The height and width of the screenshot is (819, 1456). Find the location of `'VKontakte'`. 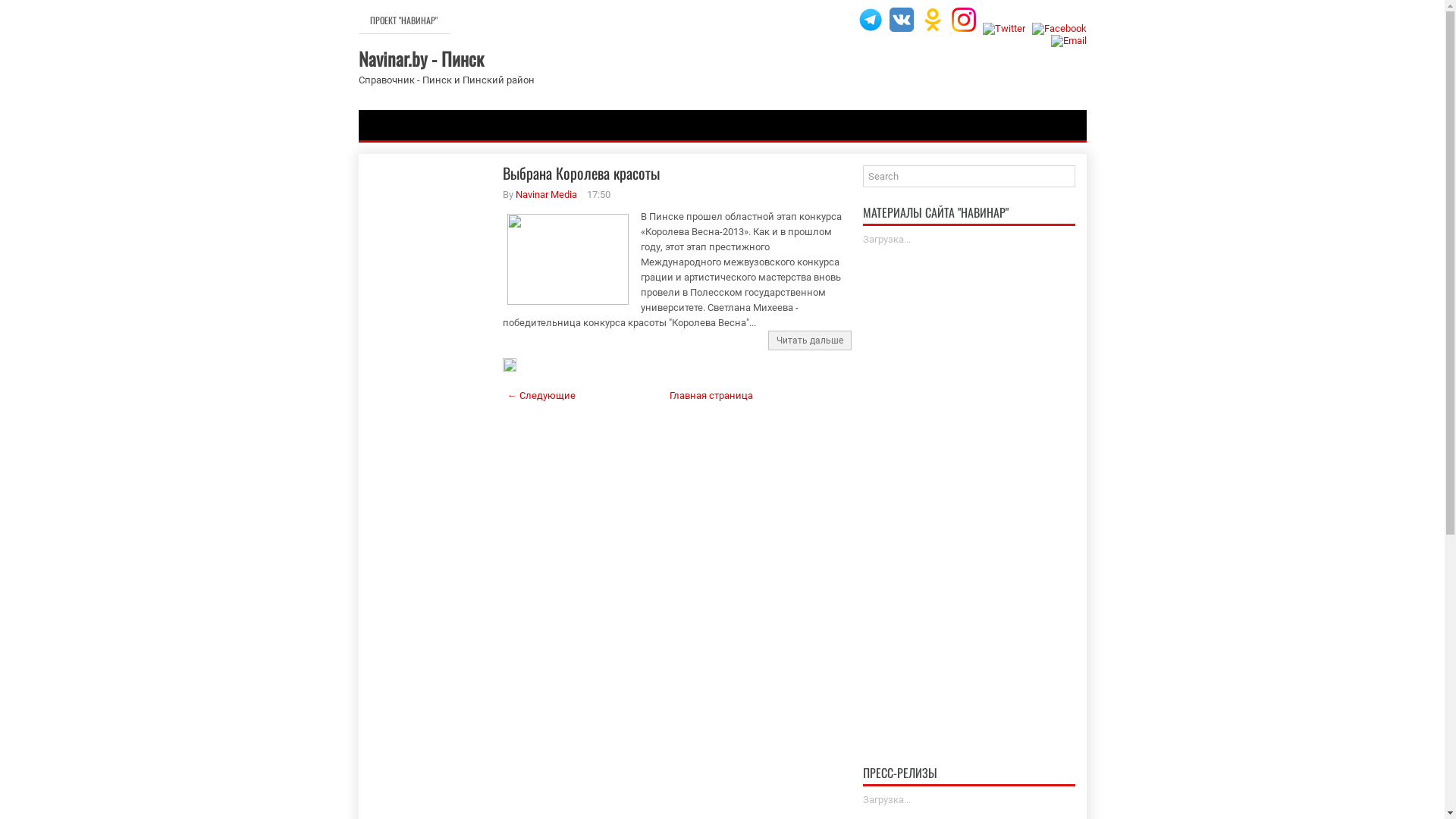

'VKontakte' is located at coordinates (901, 20).